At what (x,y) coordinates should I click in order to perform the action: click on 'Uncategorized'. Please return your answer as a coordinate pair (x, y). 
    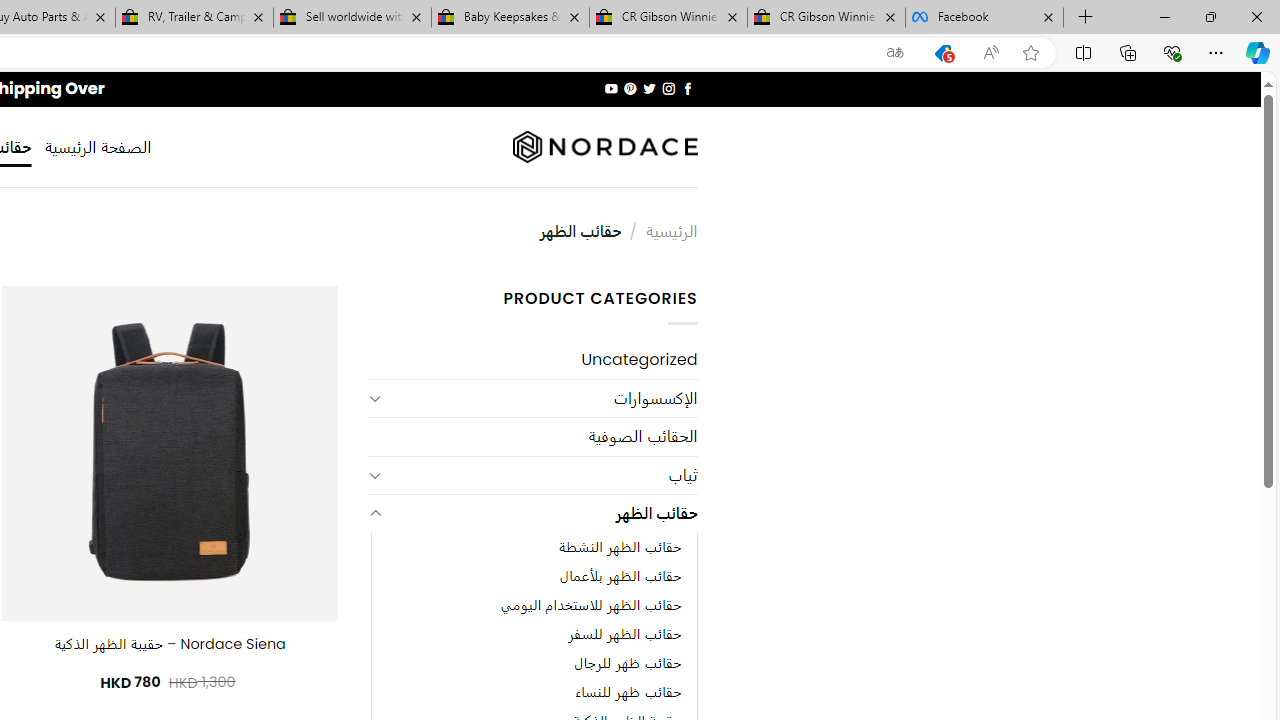
    Looking at the image, I should click on (532, 360).